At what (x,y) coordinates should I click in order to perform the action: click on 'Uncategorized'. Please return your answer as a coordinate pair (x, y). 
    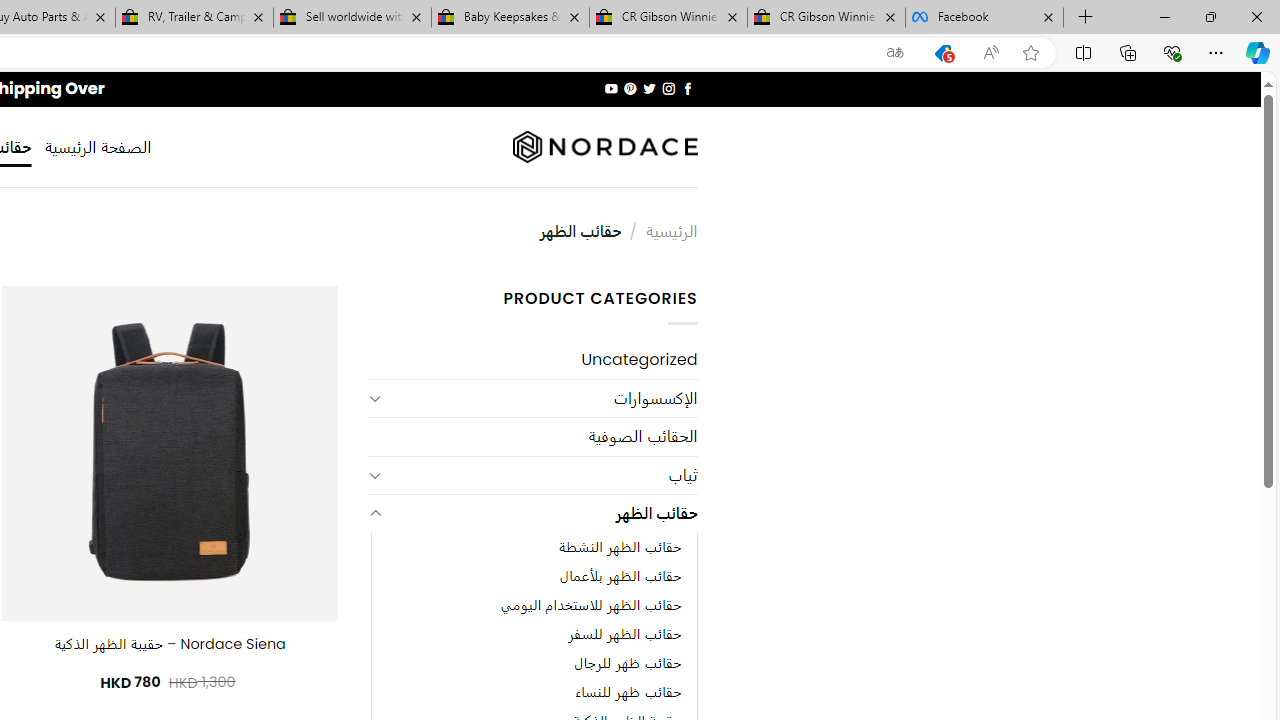
    Looking at the image, I should click on (532, 360).